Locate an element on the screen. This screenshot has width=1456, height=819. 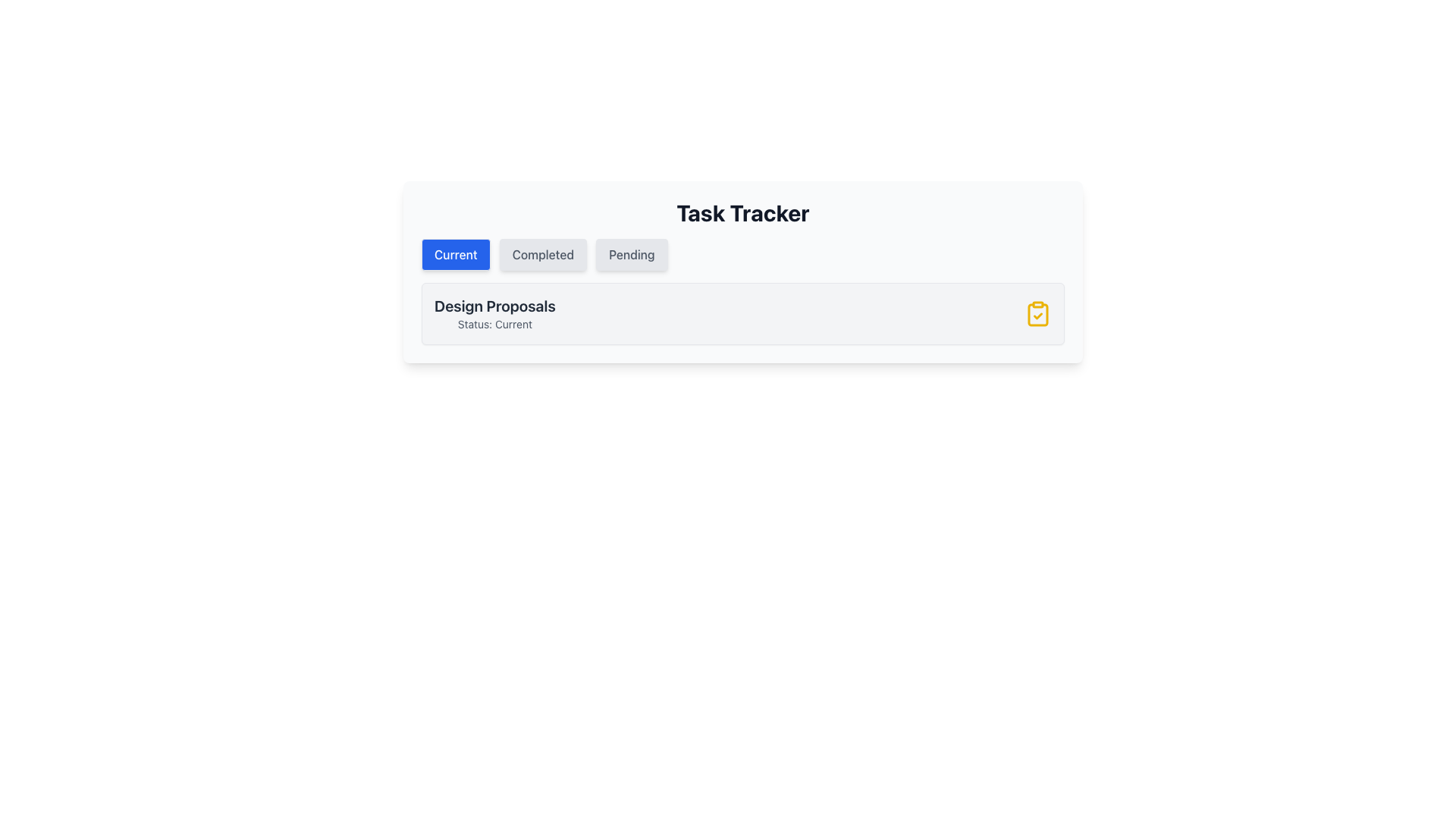
the 'Current' button located at the top-left corner of the button group in the 'Task Tracker' interface is located at coordinates (454, 253).